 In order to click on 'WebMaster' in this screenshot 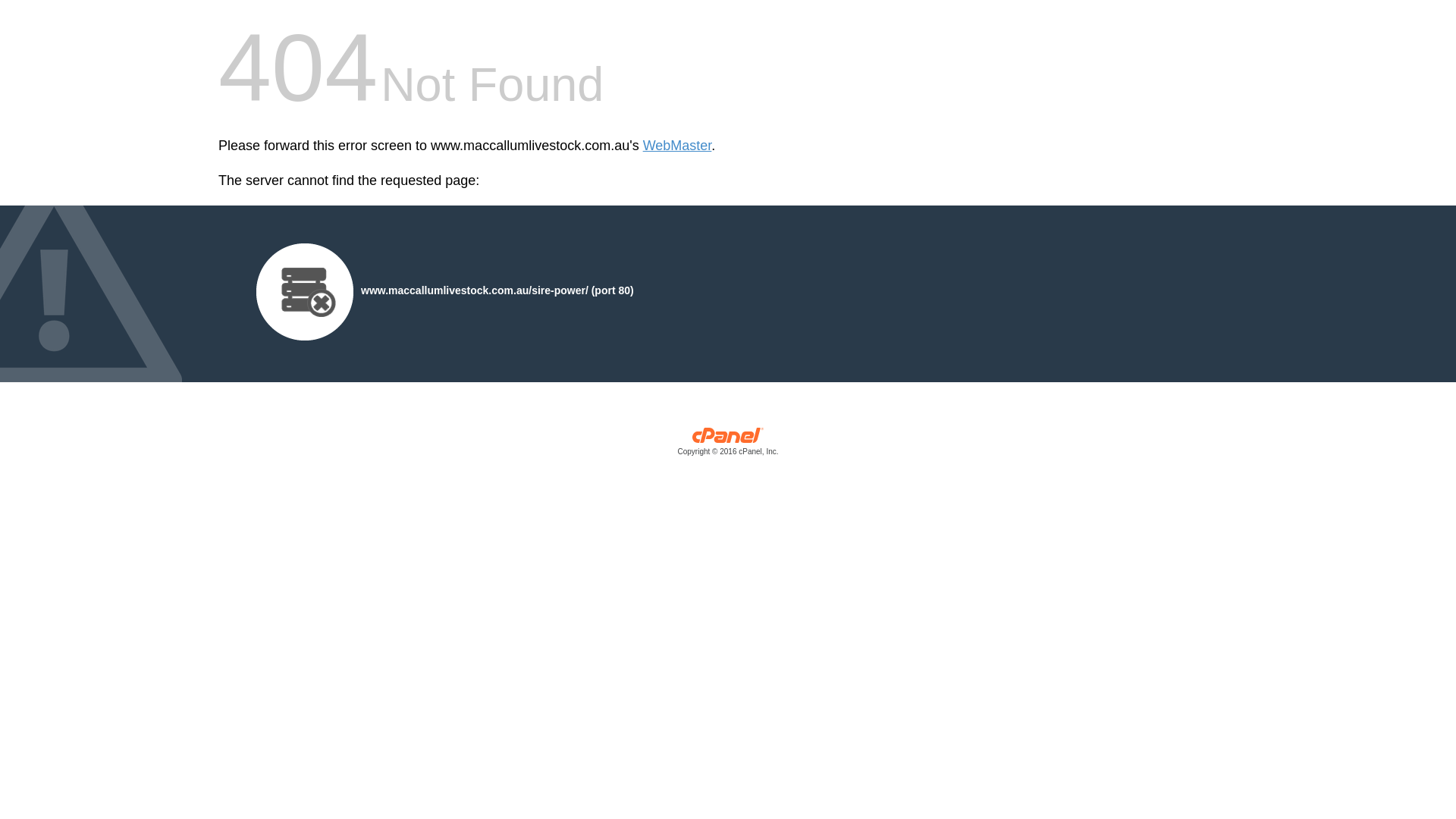, I will do `click(676, 146)`.